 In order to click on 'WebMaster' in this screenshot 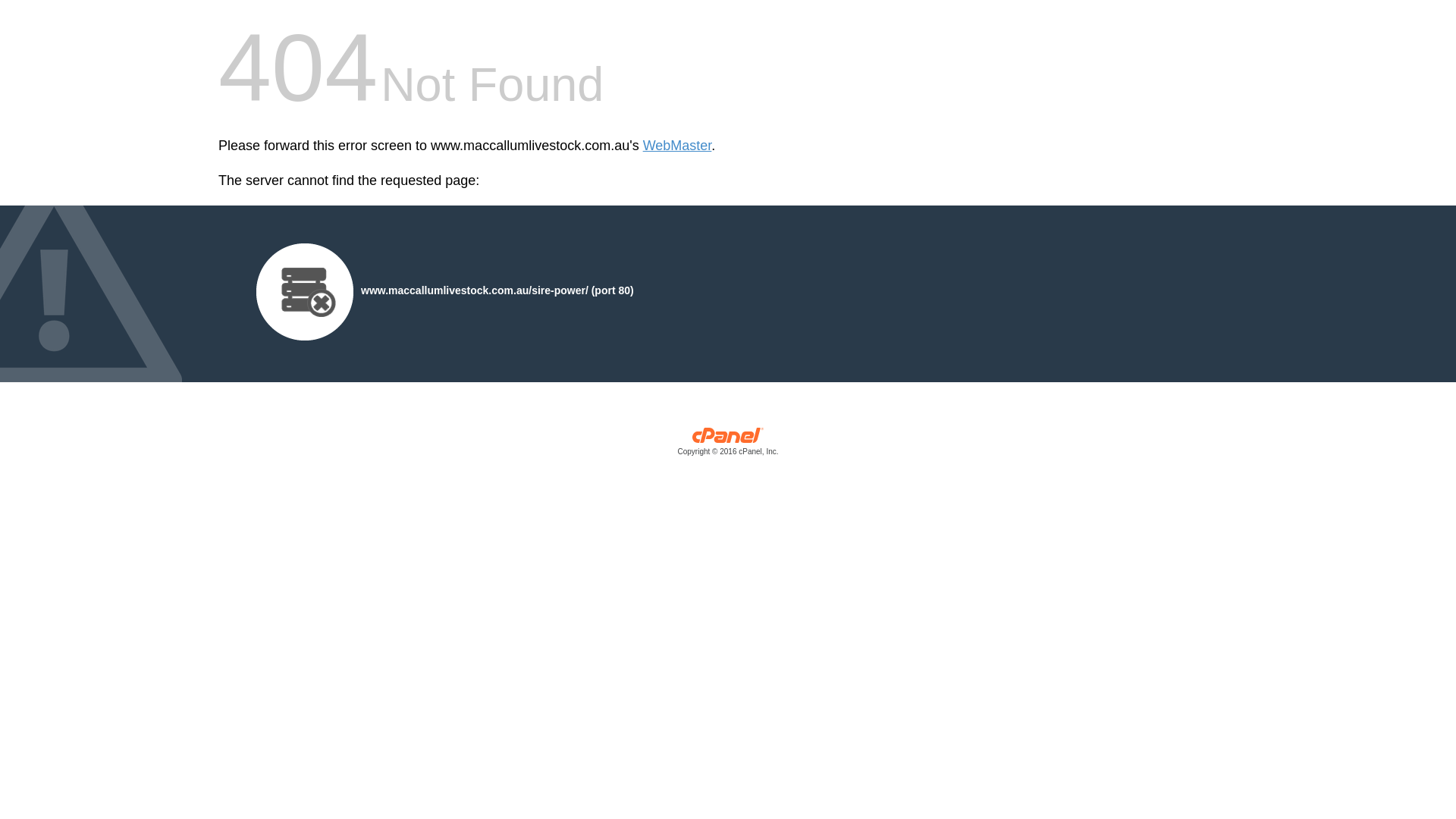, I will do `click(676, 146)`.